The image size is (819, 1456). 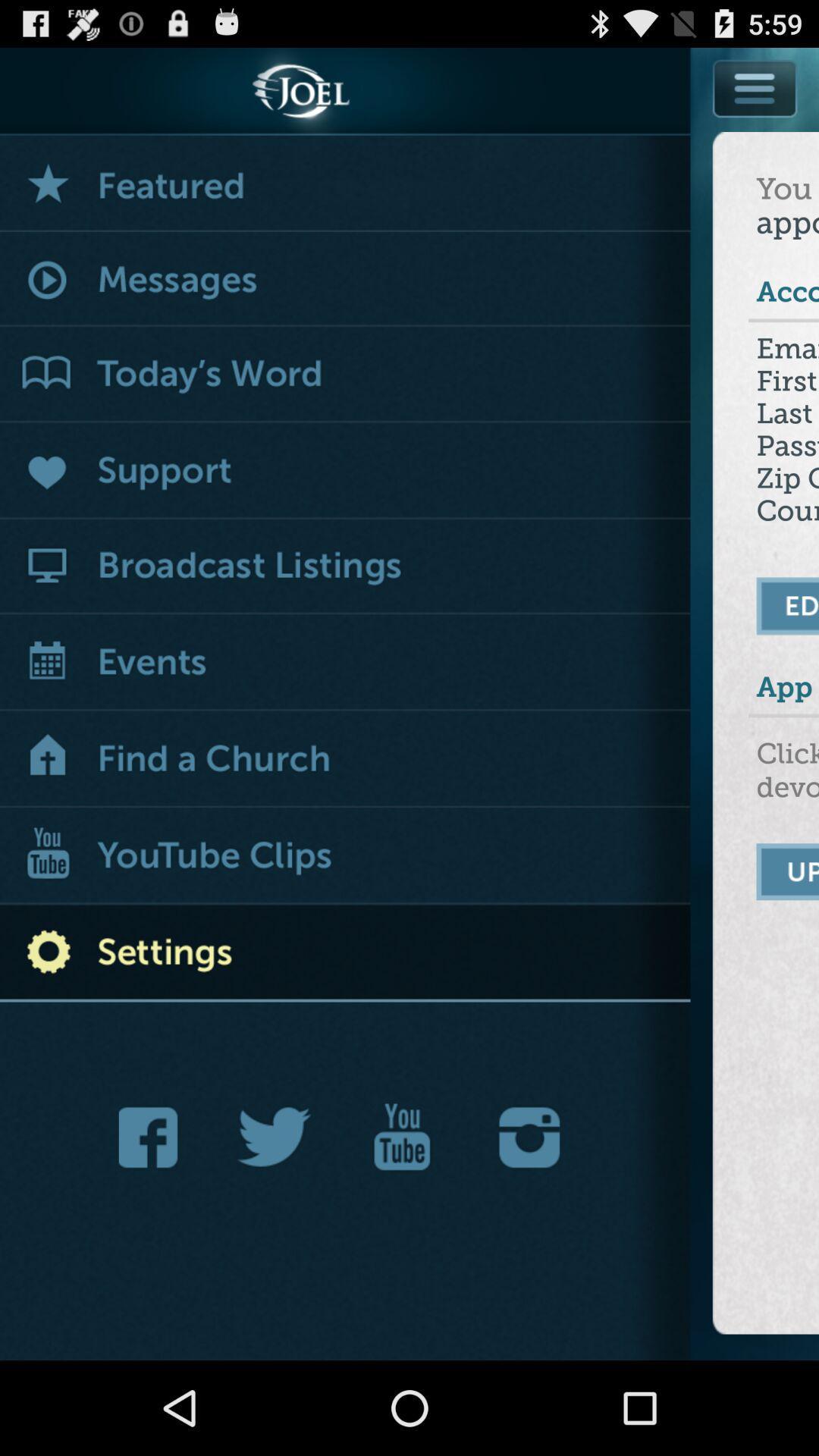 What do you see at coordinates (345, 280) in the screenshot?
I see `hit the messages option` at bounding box center [345, 280].